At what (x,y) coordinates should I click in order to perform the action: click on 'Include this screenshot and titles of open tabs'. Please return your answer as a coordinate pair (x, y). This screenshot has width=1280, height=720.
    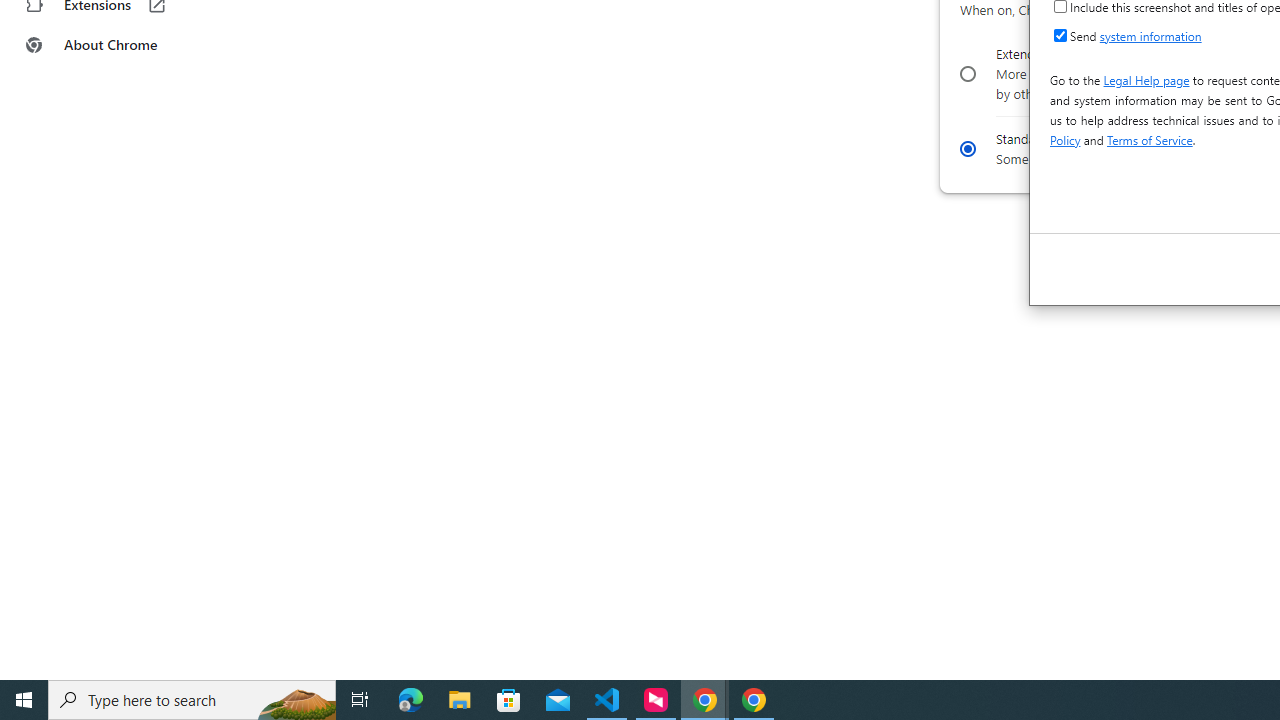
    Looking at the image, I should click on (1059, 6).